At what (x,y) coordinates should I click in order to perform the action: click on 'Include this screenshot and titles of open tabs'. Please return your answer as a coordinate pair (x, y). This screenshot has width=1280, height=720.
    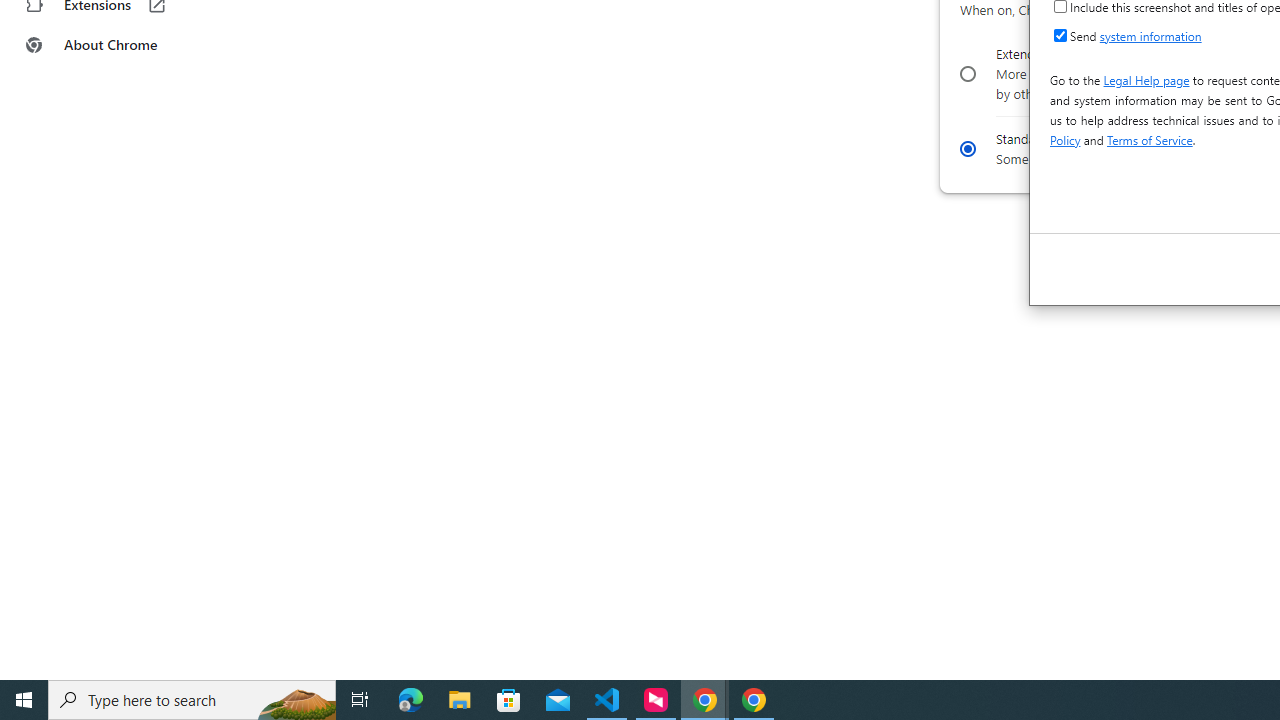
    Looking at the image, I should click on (1059, 6).